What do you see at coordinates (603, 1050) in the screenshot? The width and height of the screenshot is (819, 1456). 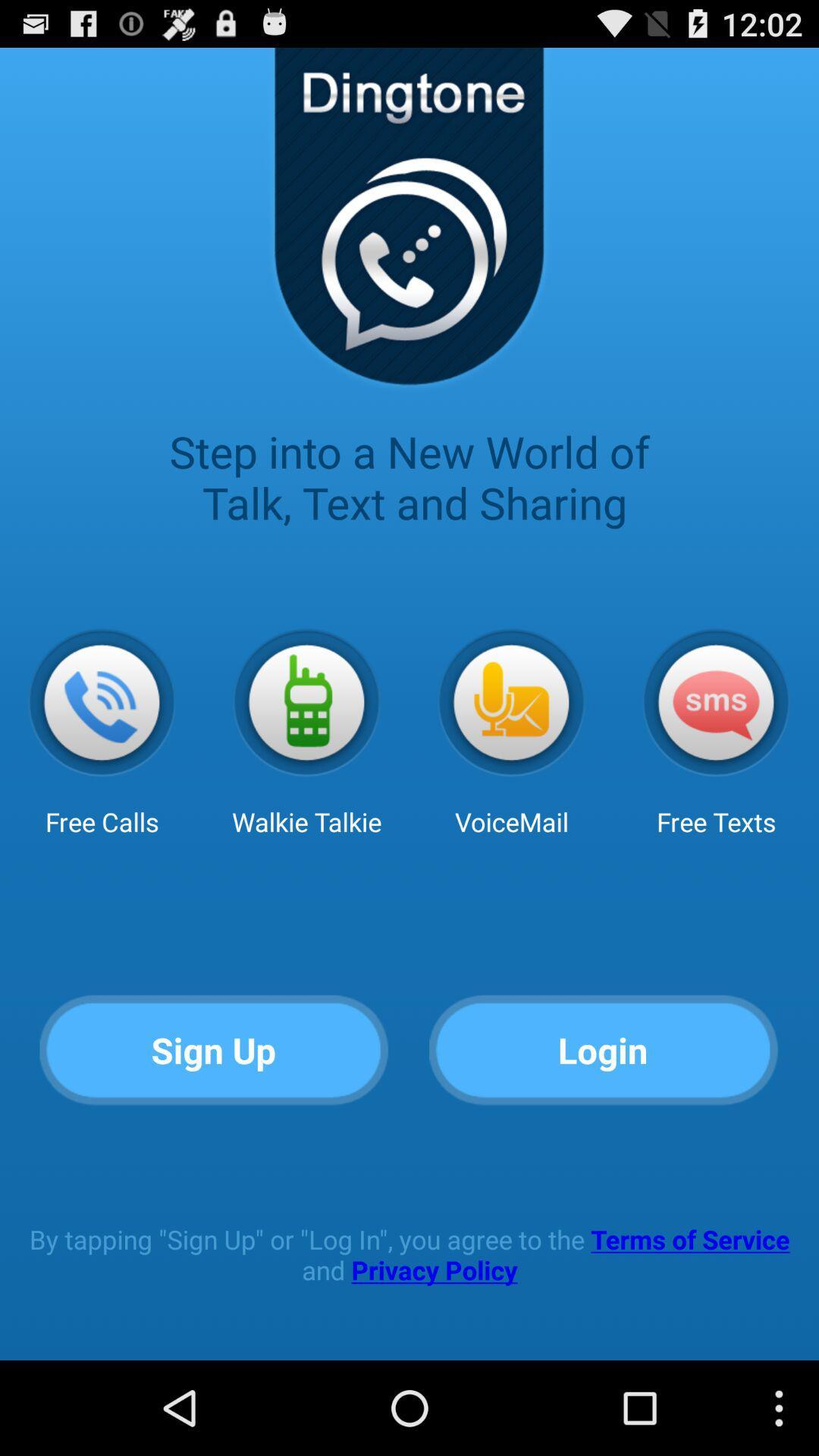 I see `app below voicemail` at bounding box center [603, 1050].